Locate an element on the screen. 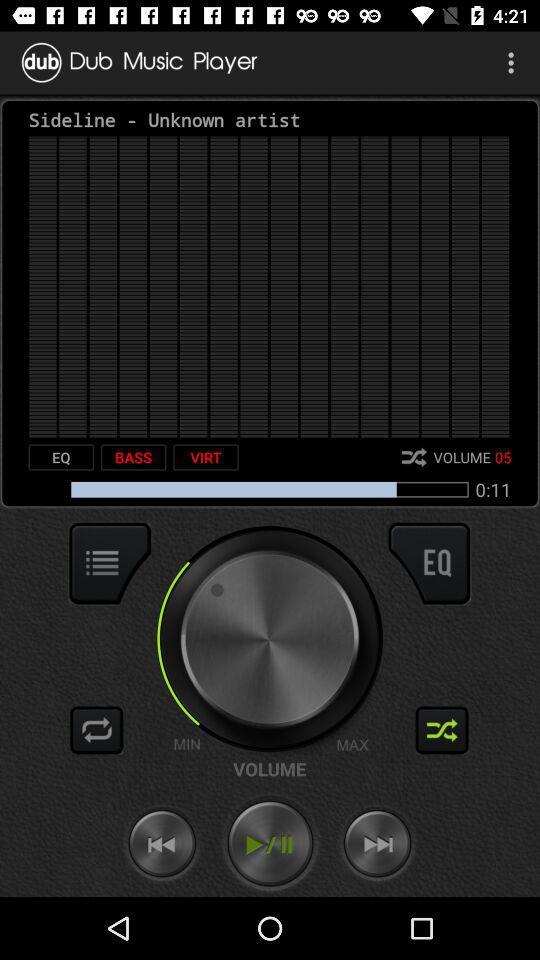 Image resolution: width=540 pixels, height=960 pixels. show the menu options is located at coordinates (110, 563).